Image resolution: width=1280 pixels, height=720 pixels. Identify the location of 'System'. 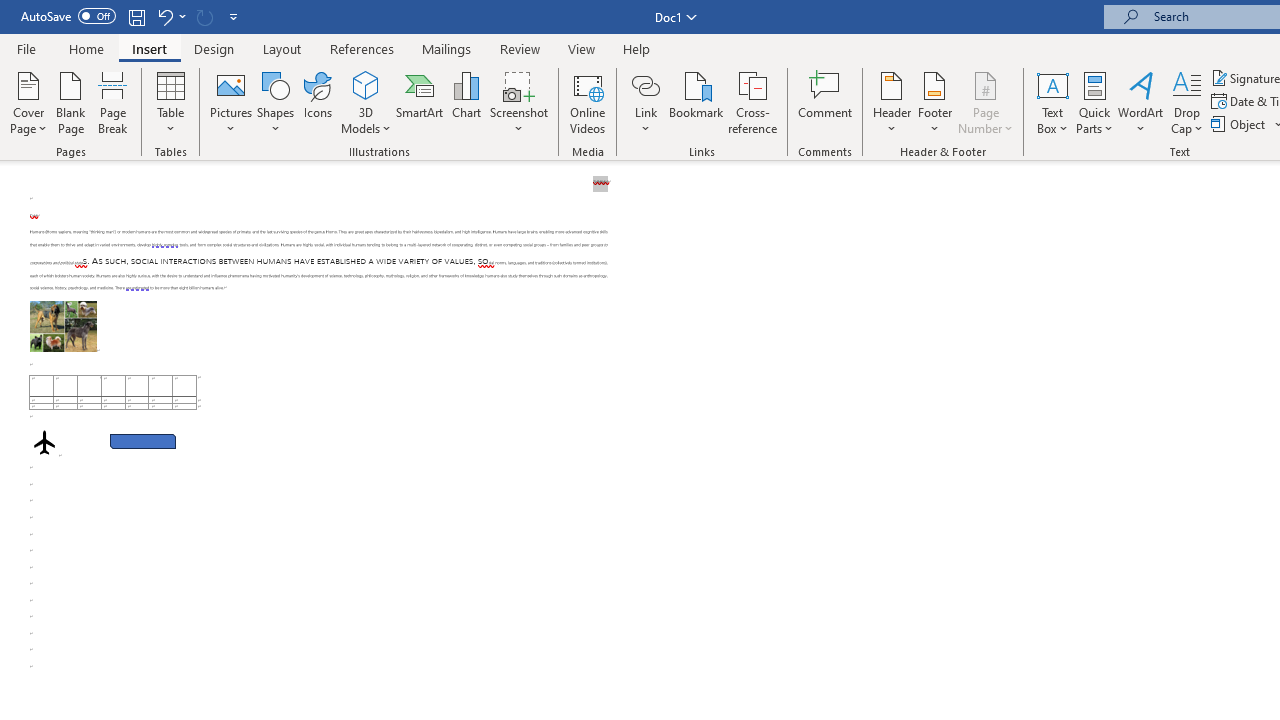
(10, 11).